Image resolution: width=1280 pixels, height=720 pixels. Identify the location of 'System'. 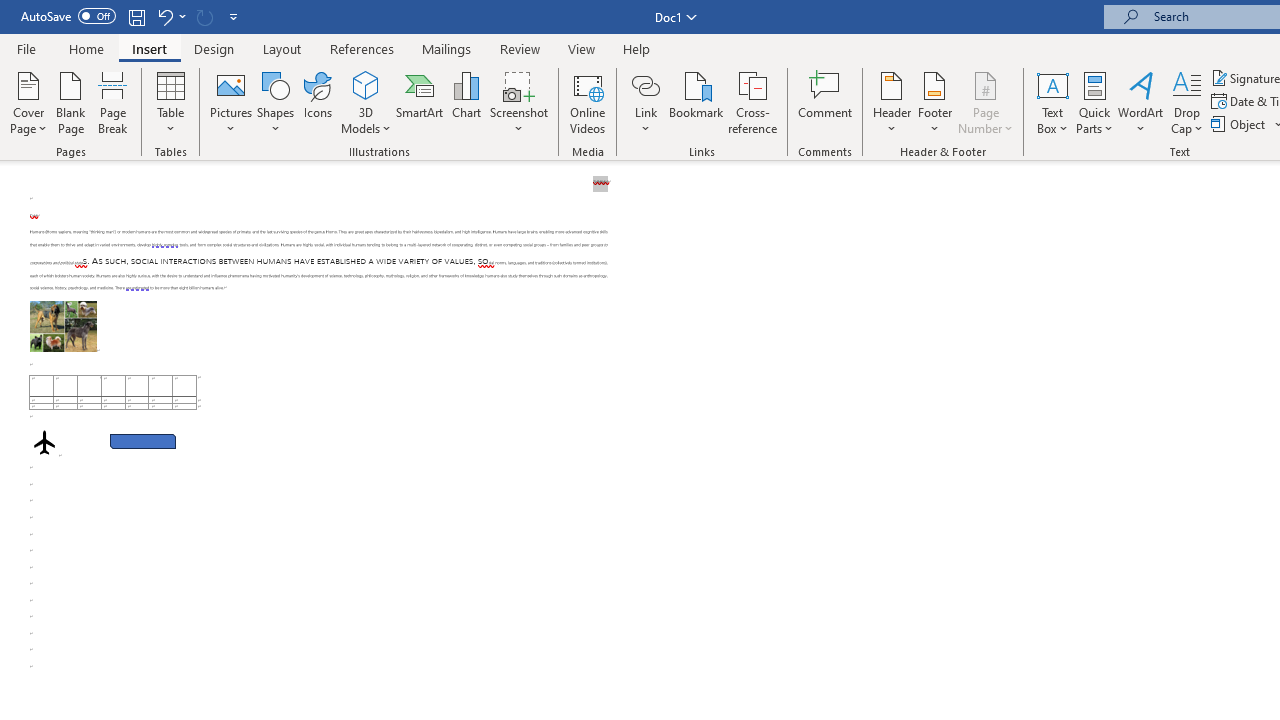
(10, 11).